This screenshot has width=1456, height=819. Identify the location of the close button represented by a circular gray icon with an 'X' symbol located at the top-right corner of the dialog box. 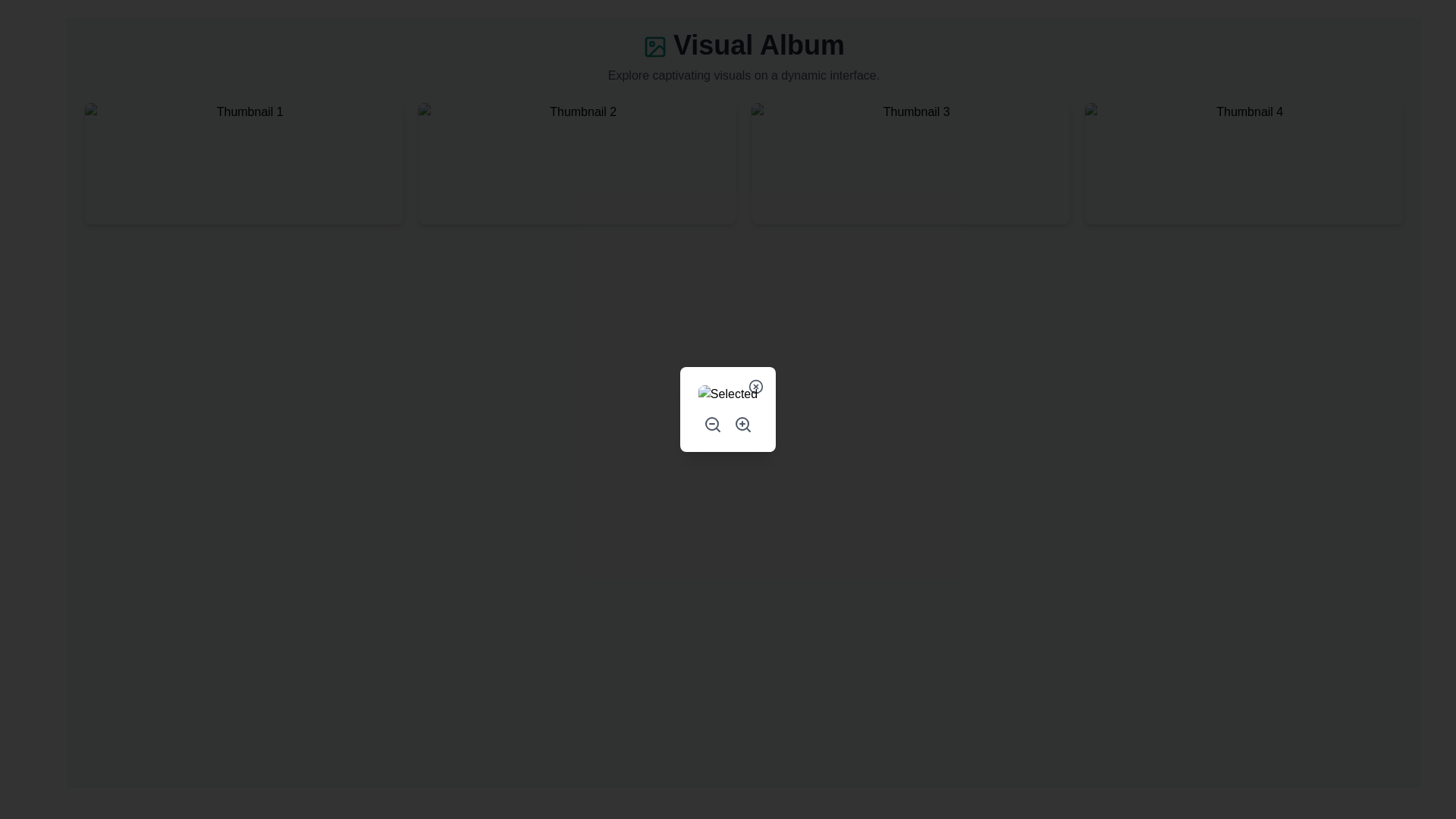
(756, 385).